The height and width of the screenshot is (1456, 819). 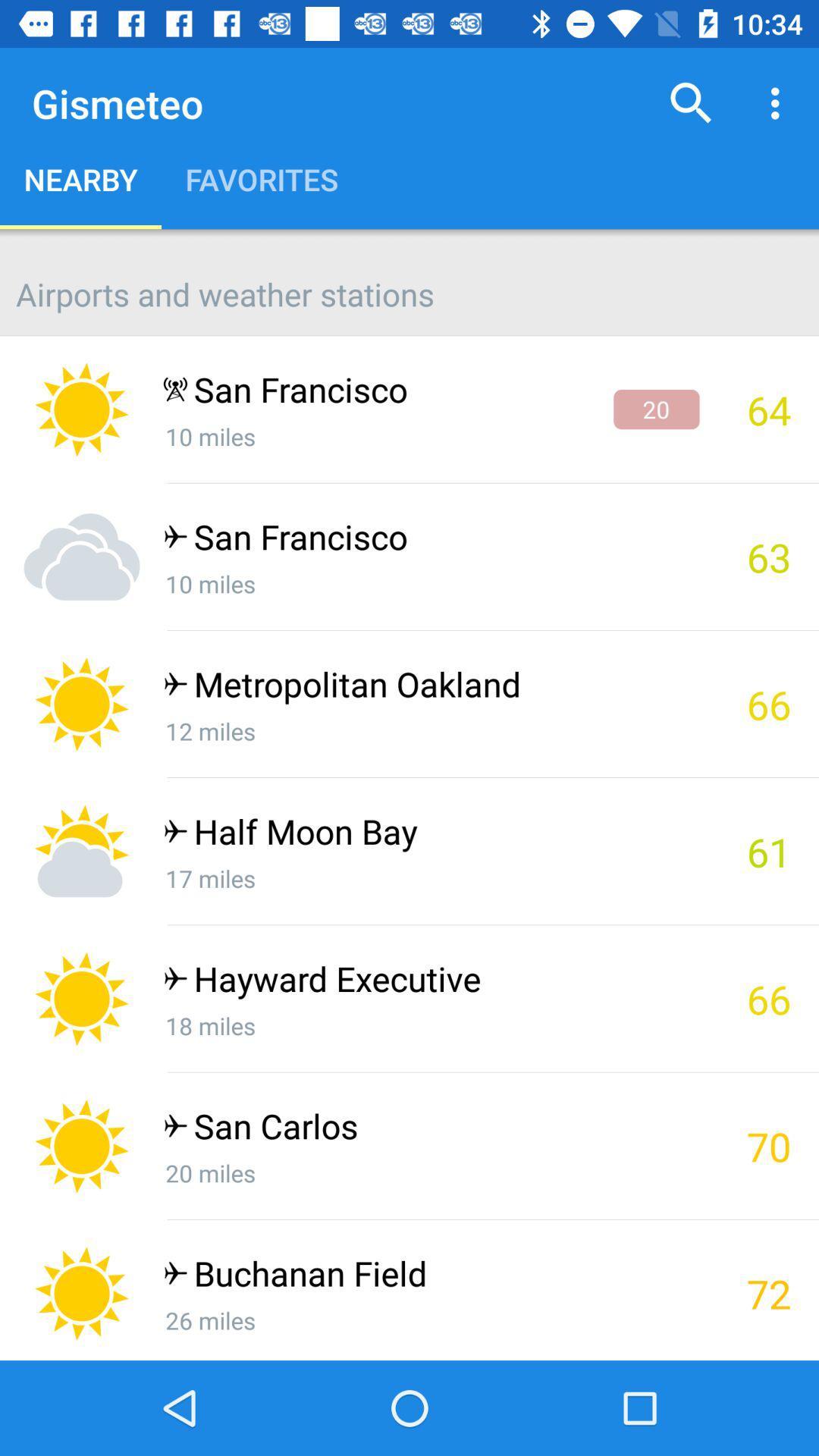 What do you see at coordinates (409, 282) in the screenshot?
I see `the airports and weather app` at bounding box center [409, 282].